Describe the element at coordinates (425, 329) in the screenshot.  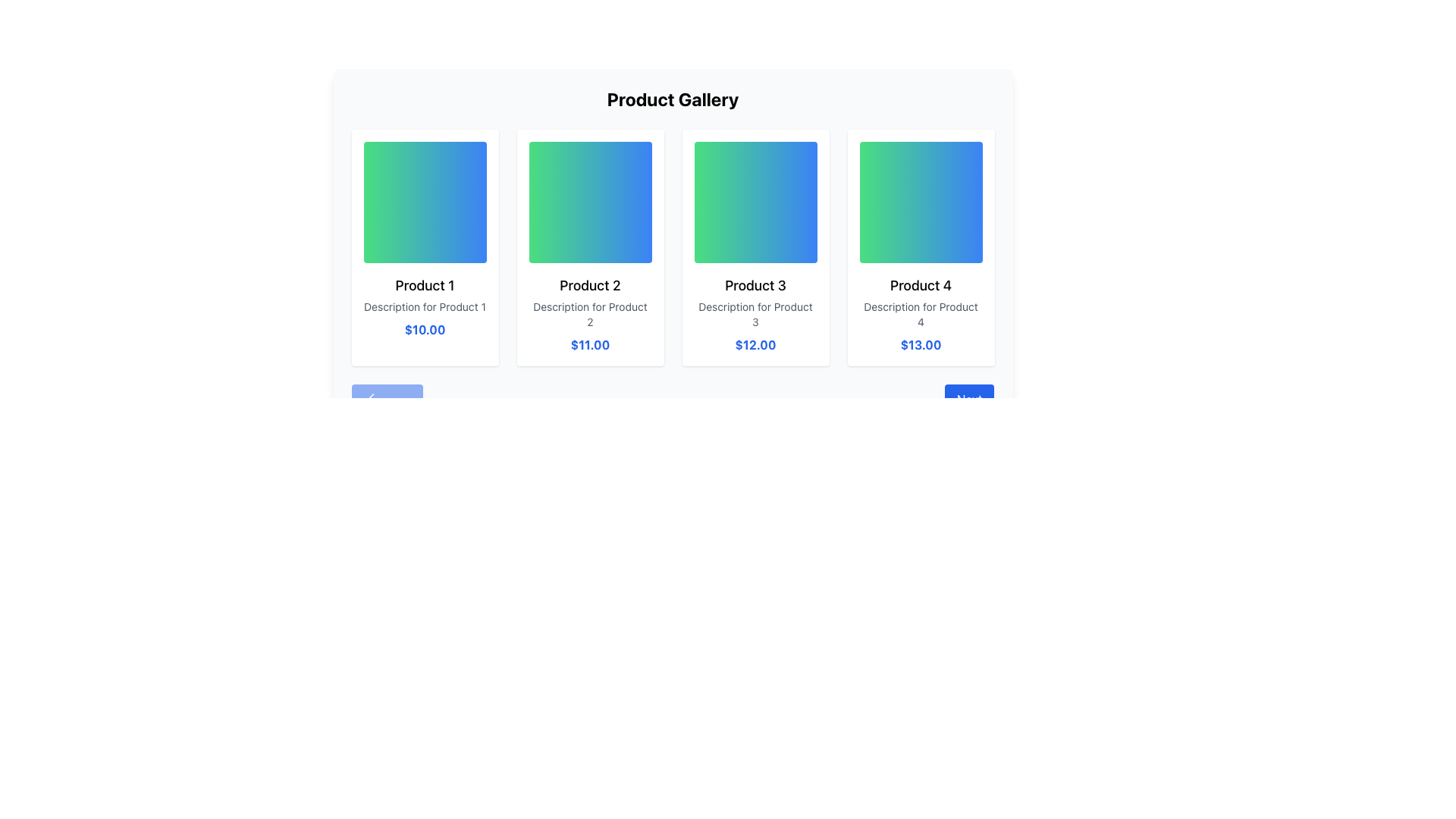
I see `the bold blue text displaying the price '$10.00' located at the bottom-right corner of the product card for 'Product 1'` at that location.